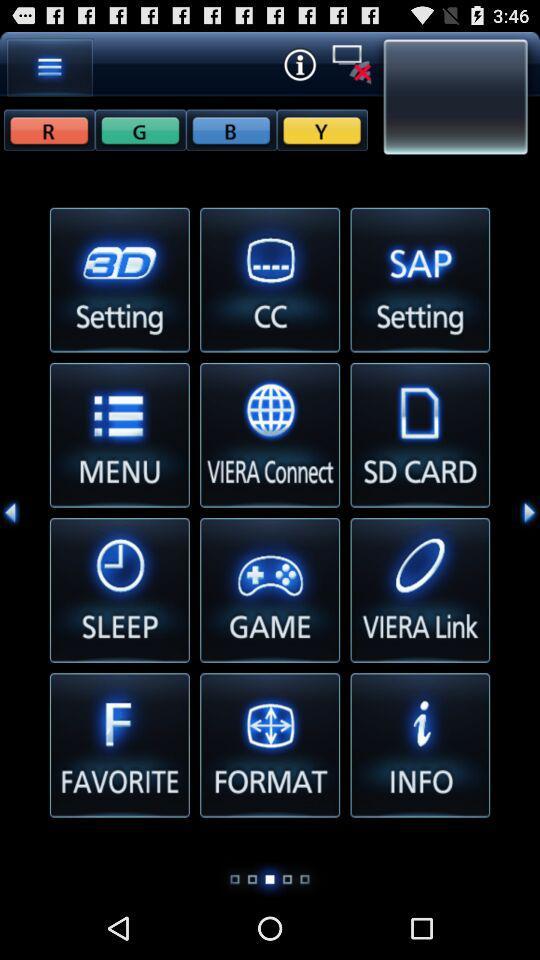  What do you see at coordinates (139, 137) in the screenshot?
I see `the facebook icon` at bounding box center [139, 137].